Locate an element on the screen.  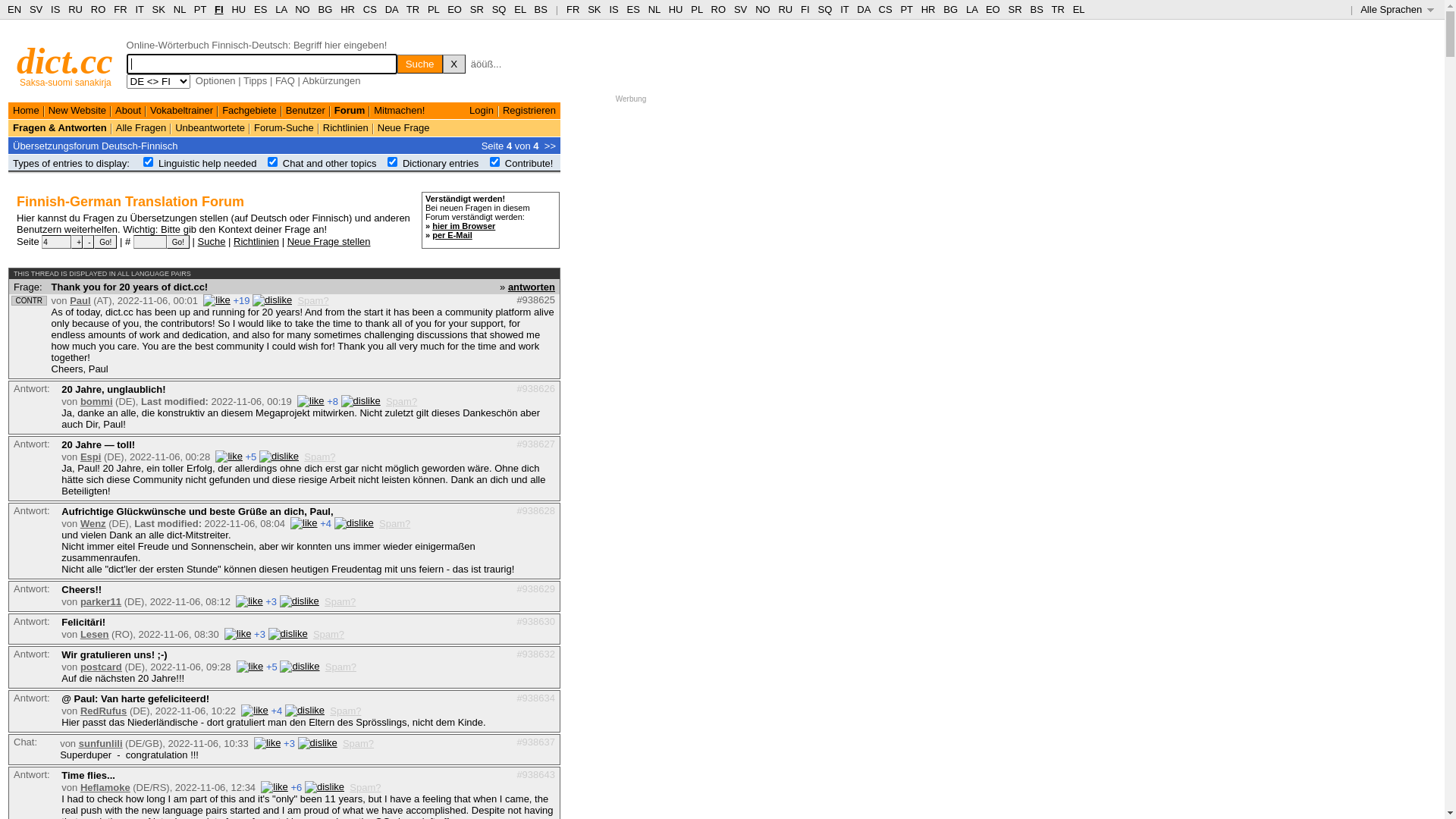
'EN' is located at coordinates (14, 9).